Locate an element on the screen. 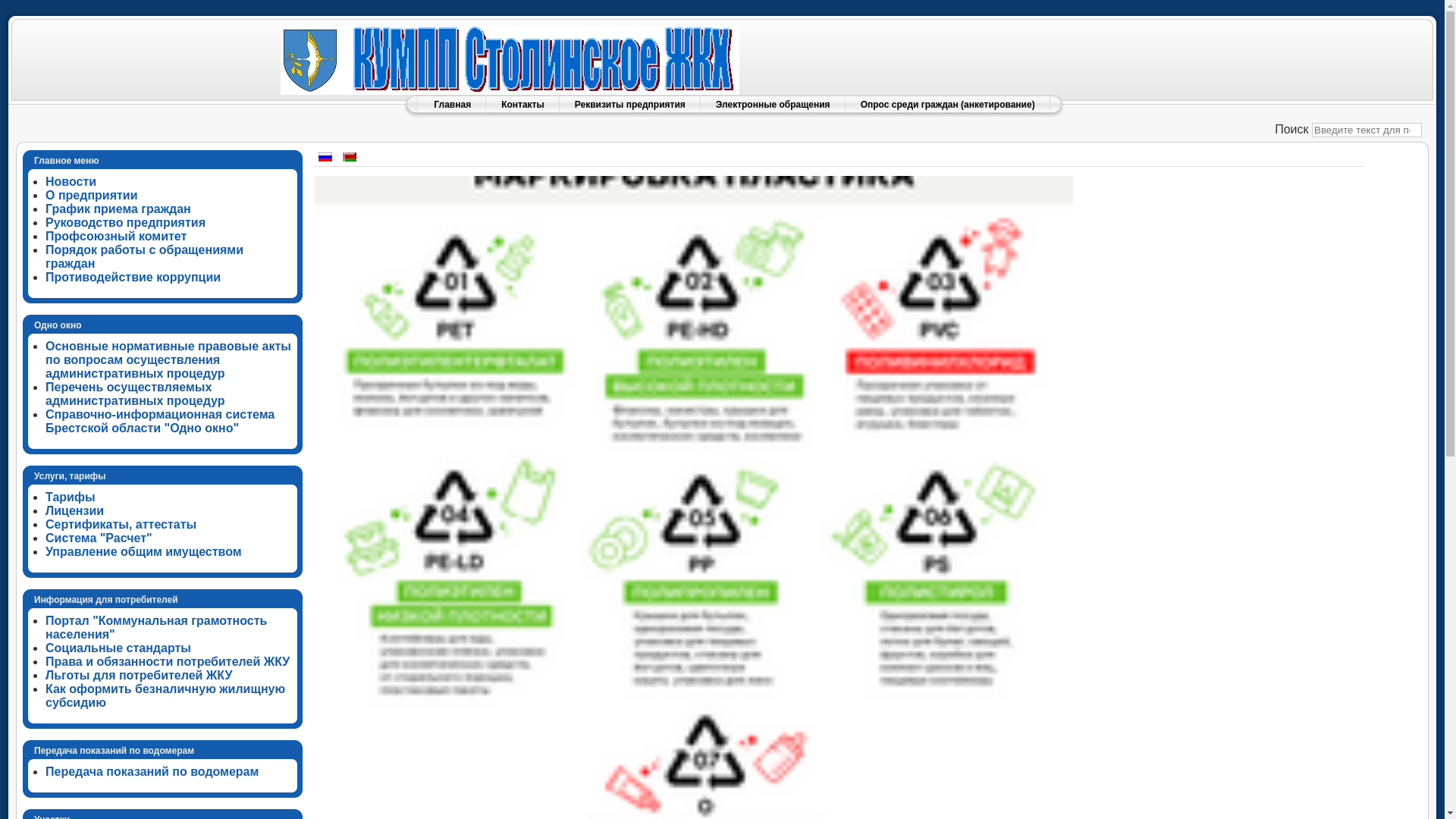 The height and width of the screenshot is (819, 1456). 'Belarusian (be-BY)' is located at coordinates (348, 157).